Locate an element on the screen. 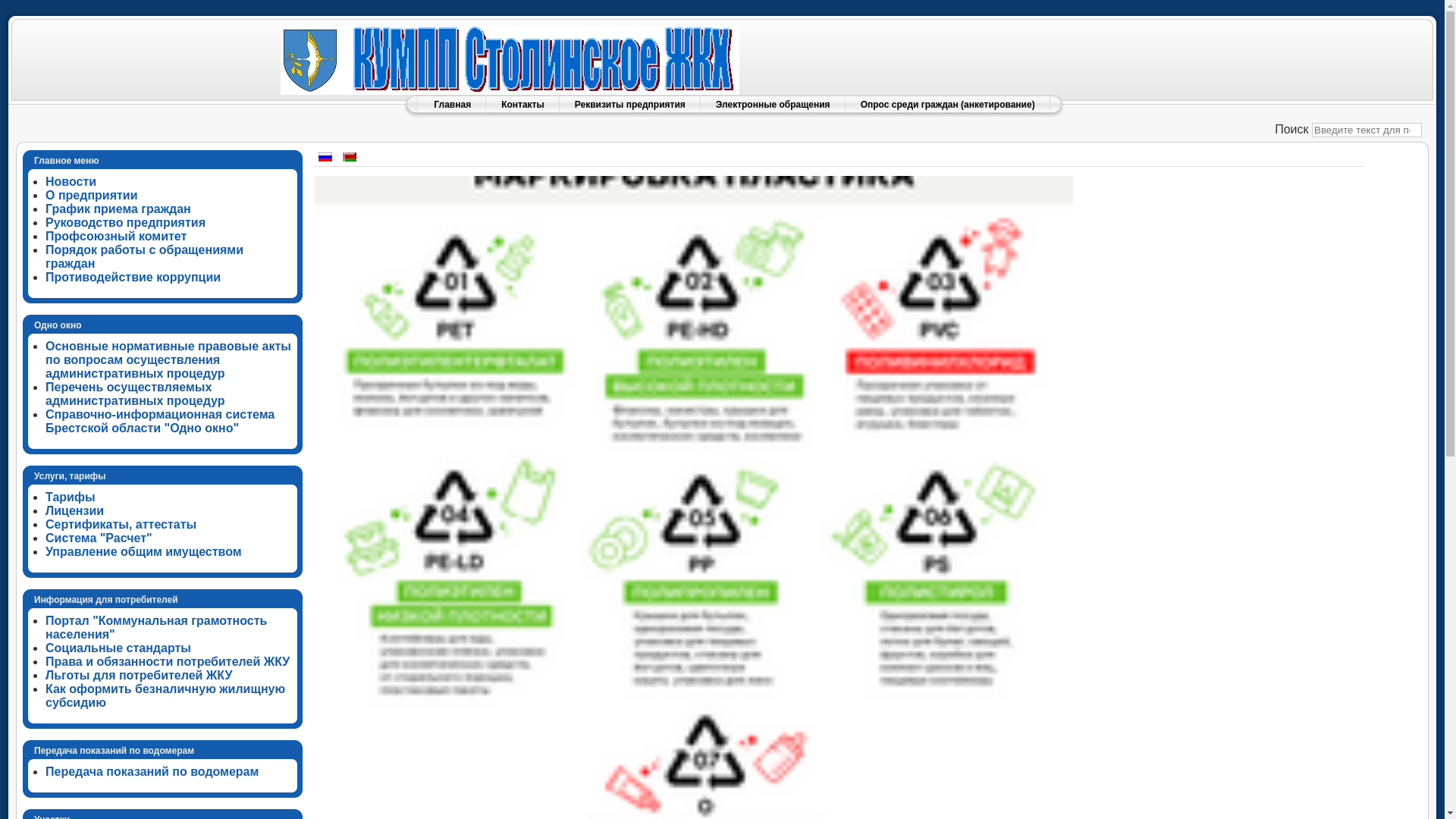 The height and width of the screenshot is (819, 1456). 'Belarusian (be-BY)' is located at coordinates (348, 157).